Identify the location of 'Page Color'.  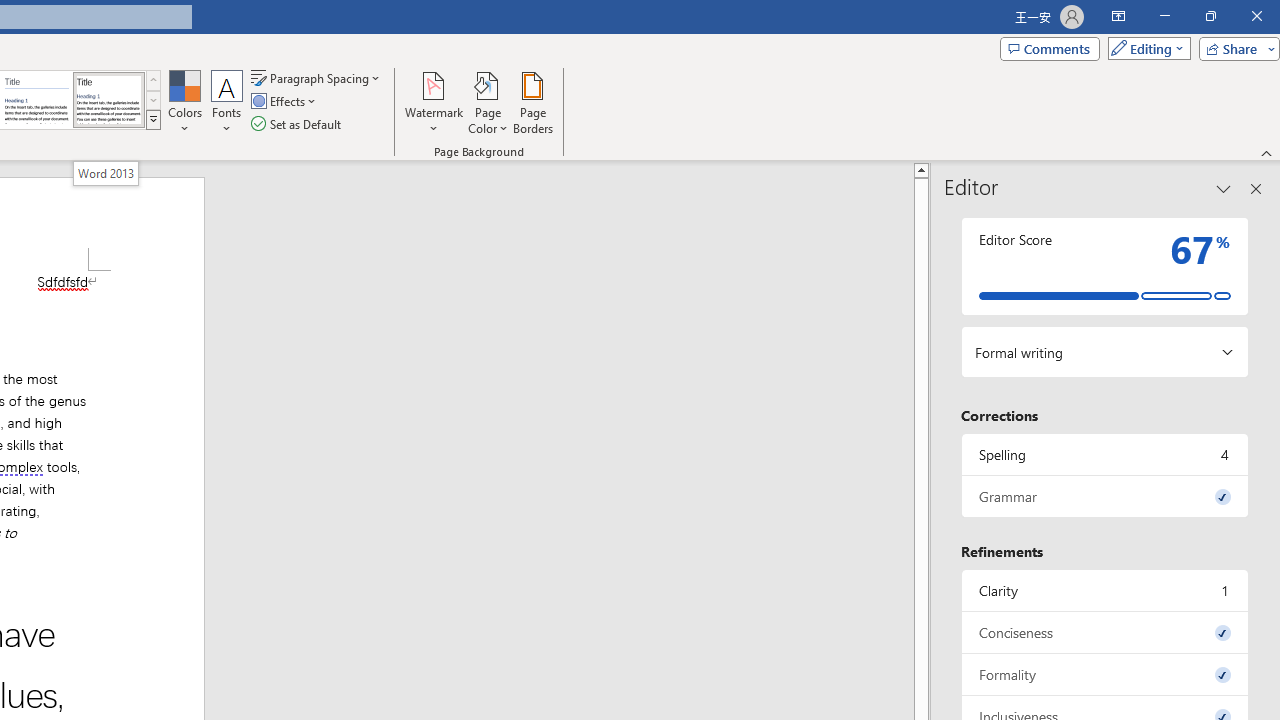
(488, 103).